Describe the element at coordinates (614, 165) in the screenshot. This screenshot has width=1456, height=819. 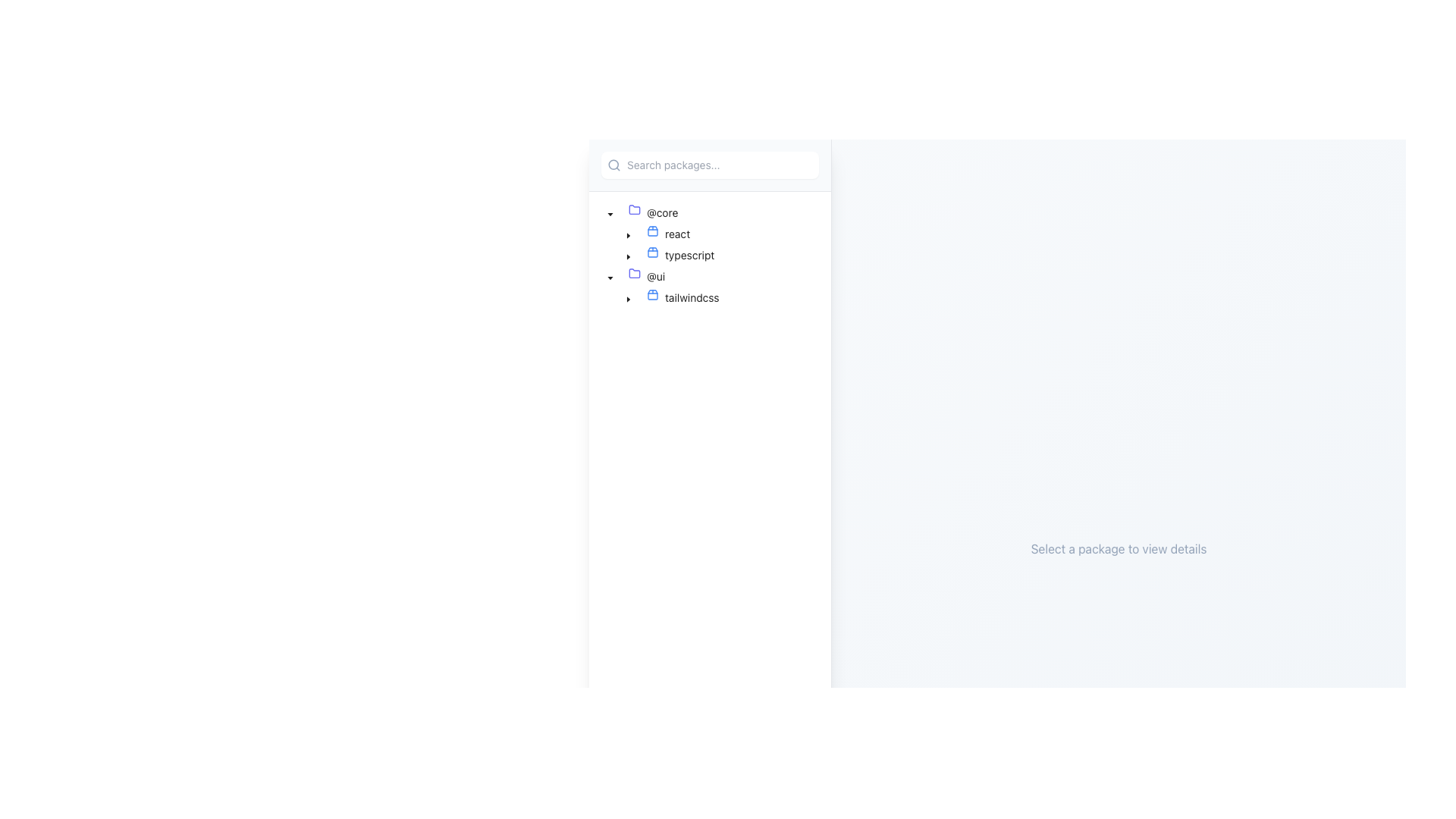
I see `the magnifying glass icon, which is styled in gray and serves as a visual indicator for the search function located at the leftmost position of the search input interface` at that location.